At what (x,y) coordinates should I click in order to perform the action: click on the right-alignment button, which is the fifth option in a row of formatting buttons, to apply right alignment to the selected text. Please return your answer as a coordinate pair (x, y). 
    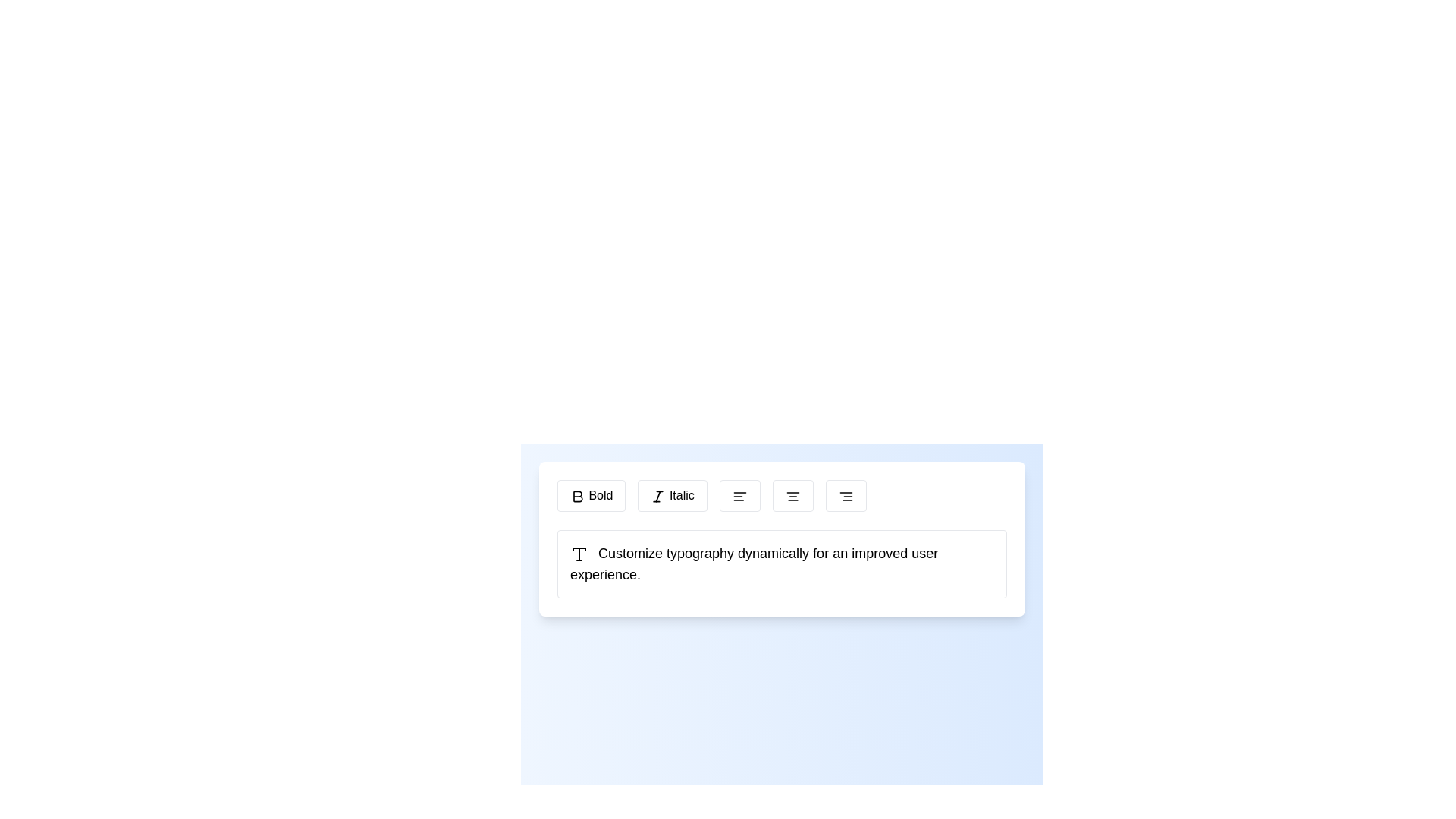
    Looking at the image, I should click on (845, 496).